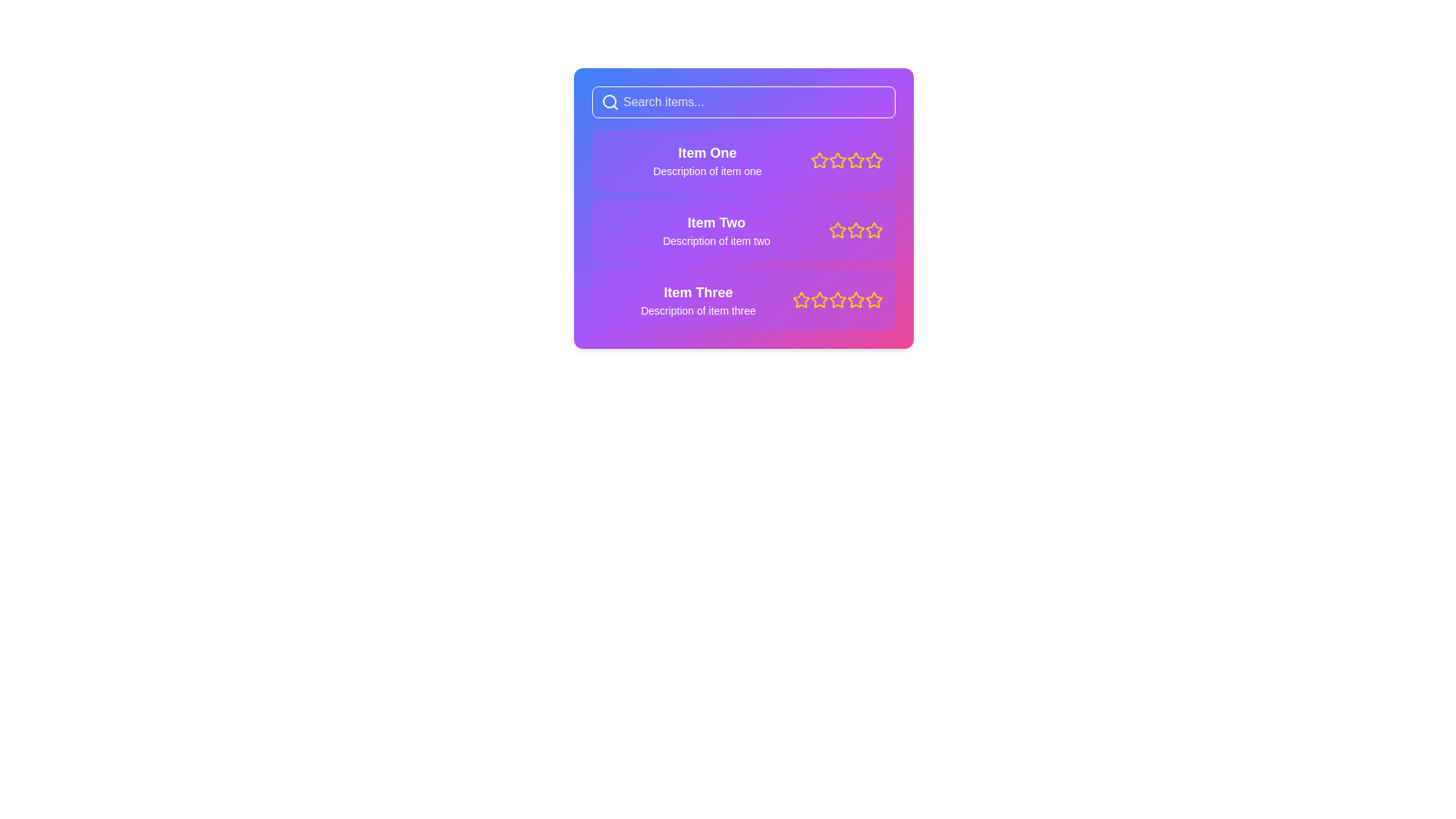  Describe the element at coordinates (818, 161) in the screenshot. I see `the first star` at that location.